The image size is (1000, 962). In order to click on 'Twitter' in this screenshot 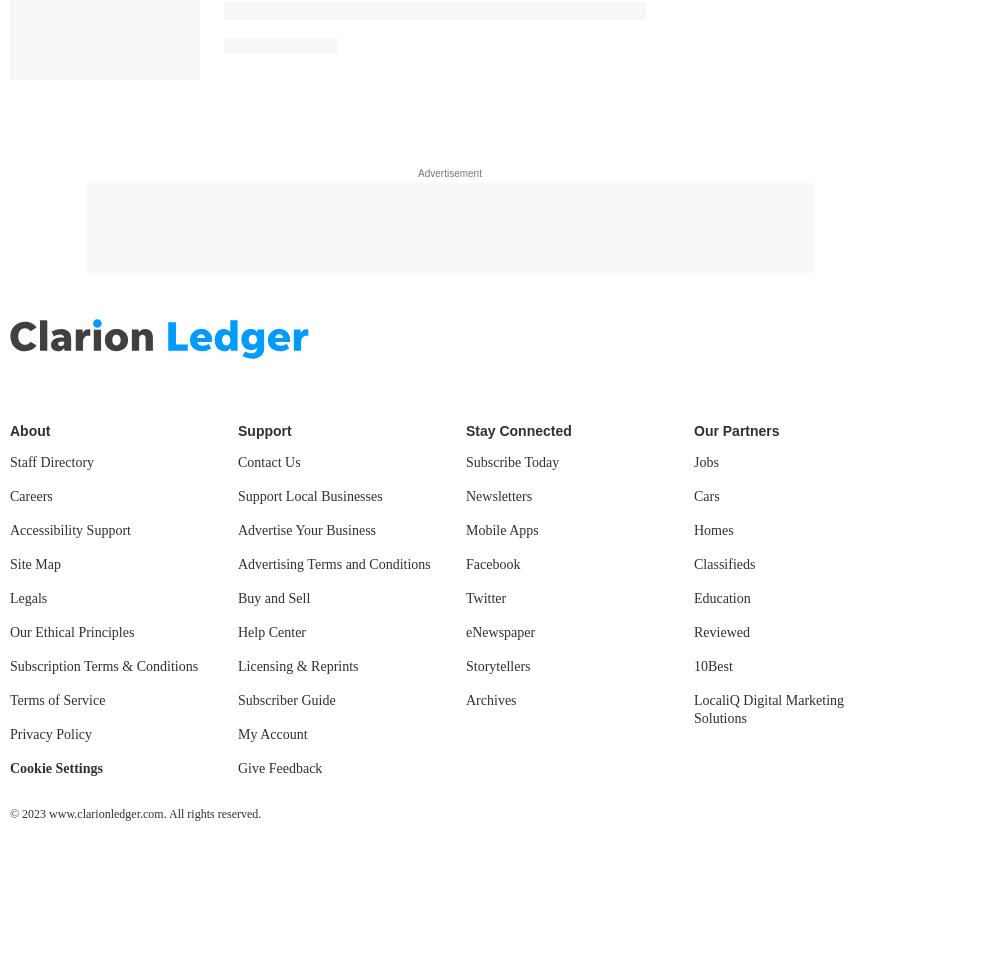, I will do `click(485, 596)`.